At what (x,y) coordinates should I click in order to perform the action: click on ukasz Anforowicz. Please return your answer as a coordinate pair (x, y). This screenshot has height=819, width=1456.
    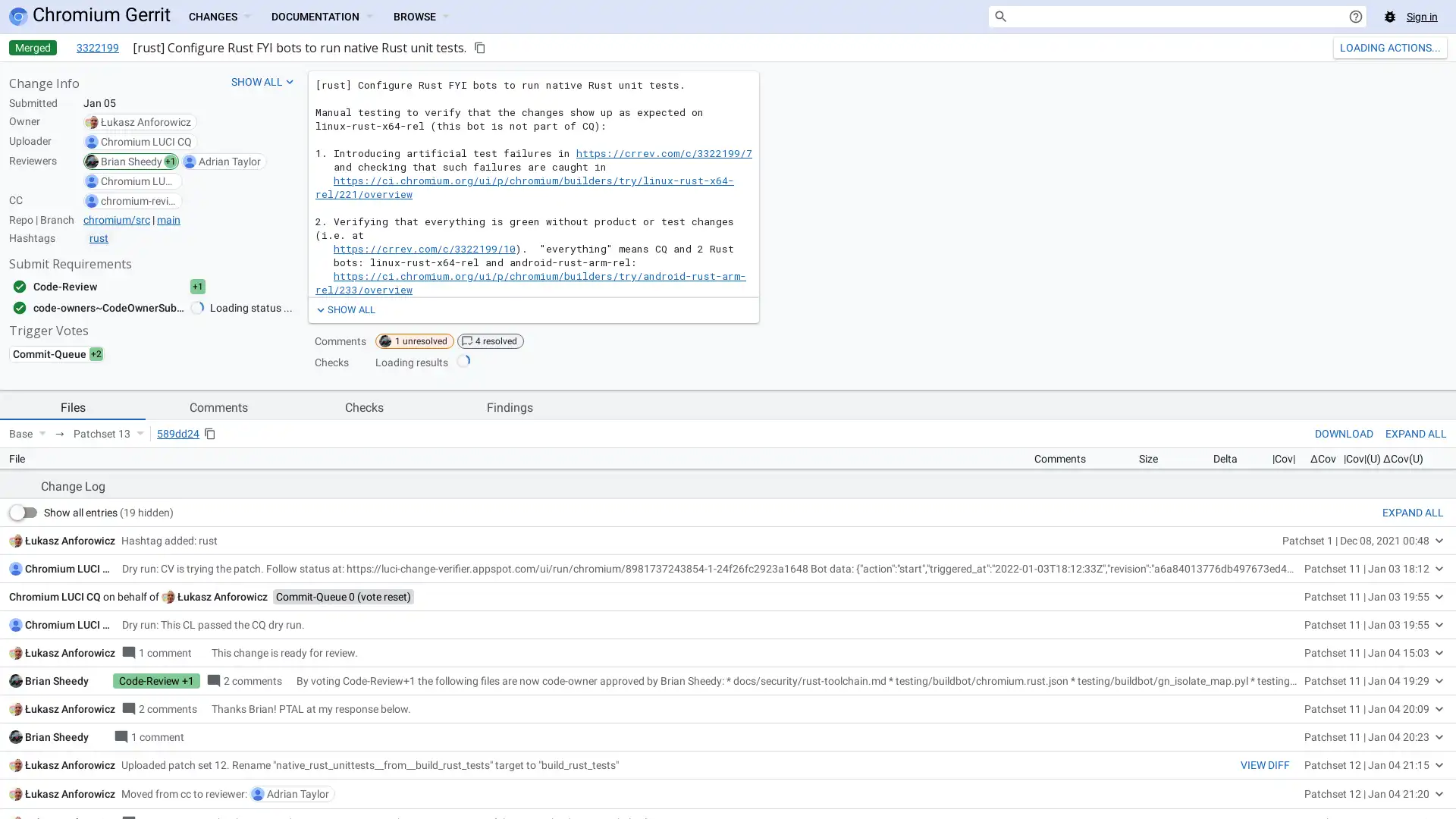
    Looking at the image, I should click on (146, 121).